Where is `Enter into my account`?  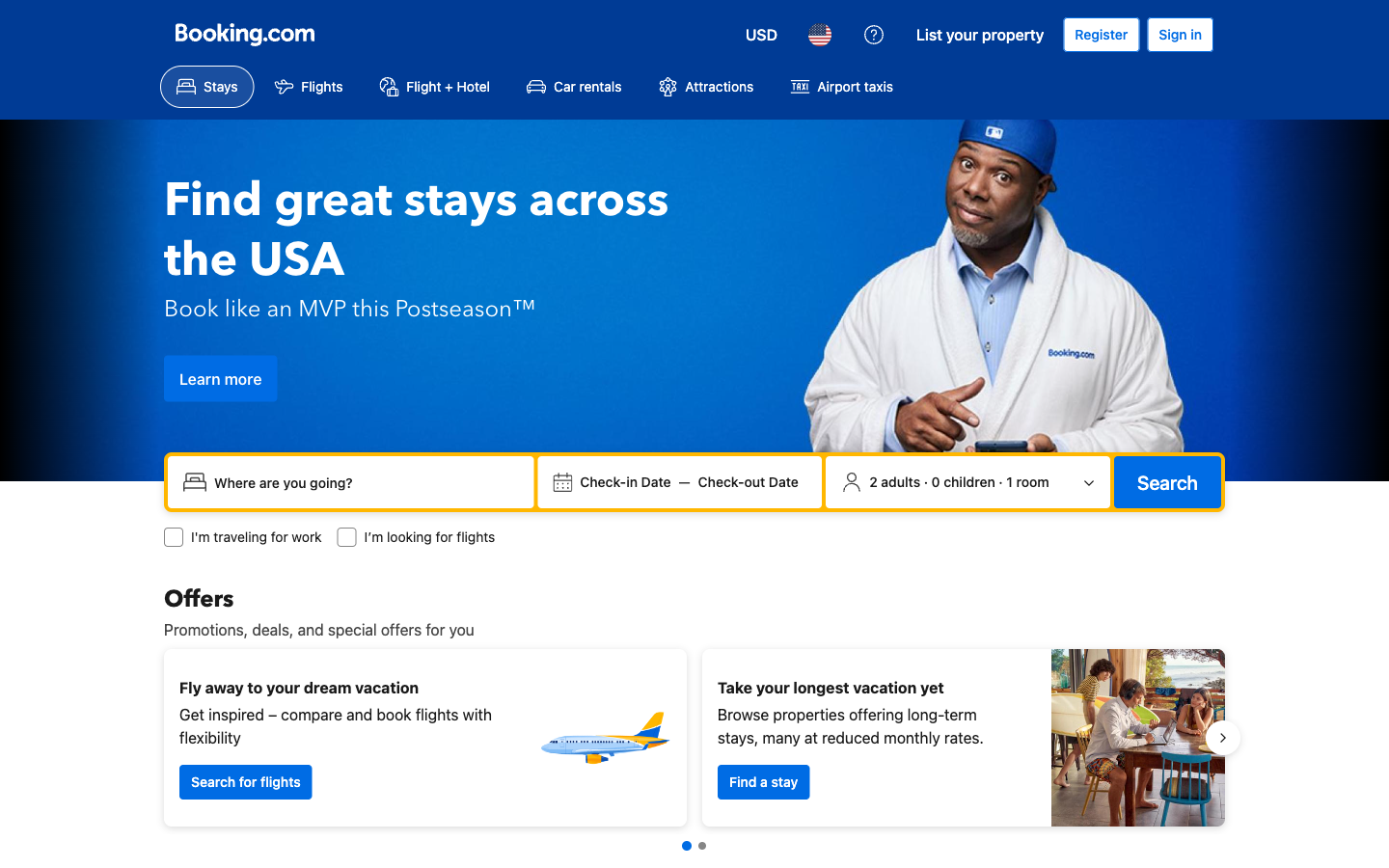
Enter into my account is located at coordinates (1179, 34).